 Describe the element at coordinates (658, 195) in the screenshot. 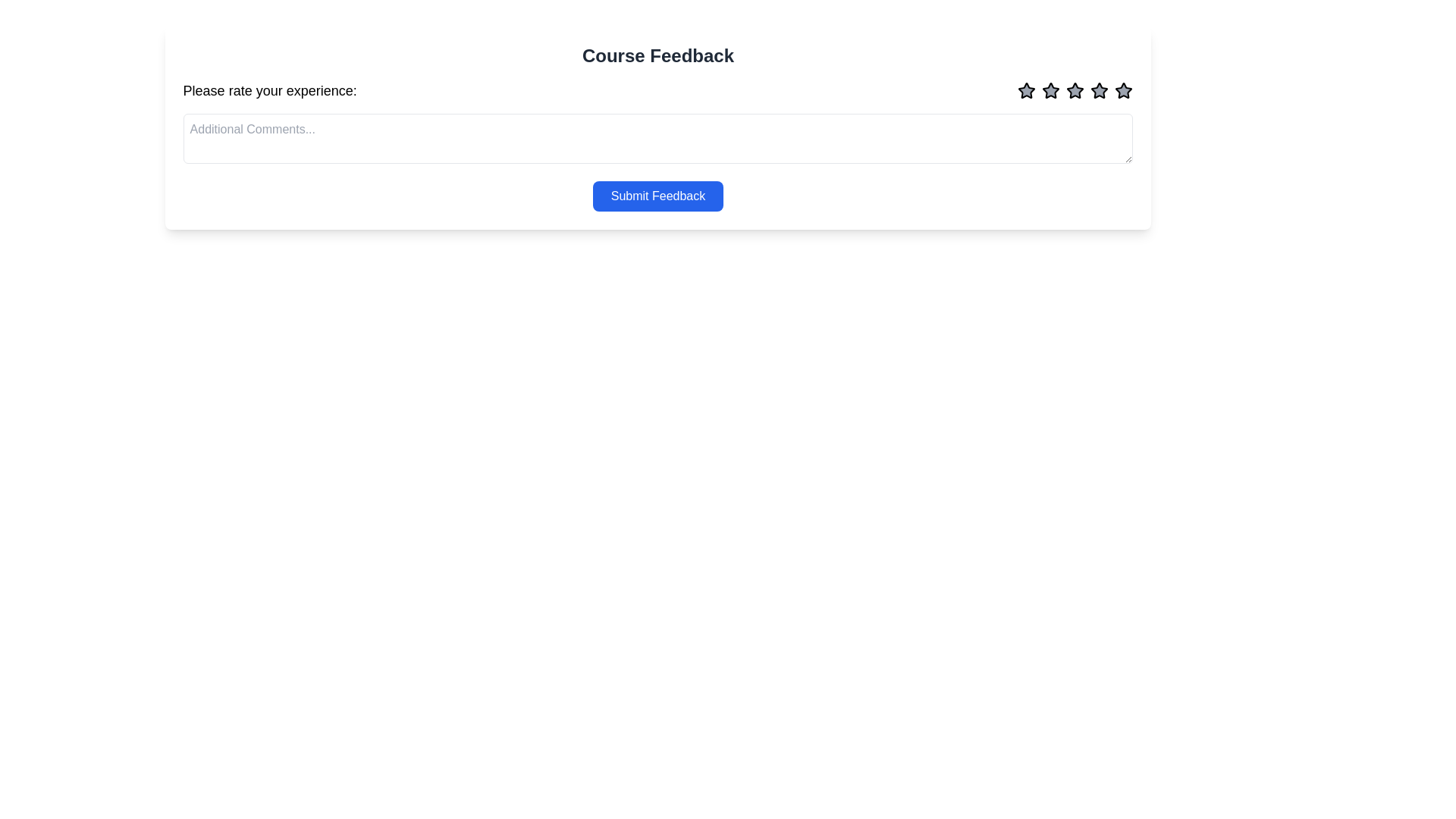

I see `the blue 'Submit Feedback' button with rounded corners` at that location.